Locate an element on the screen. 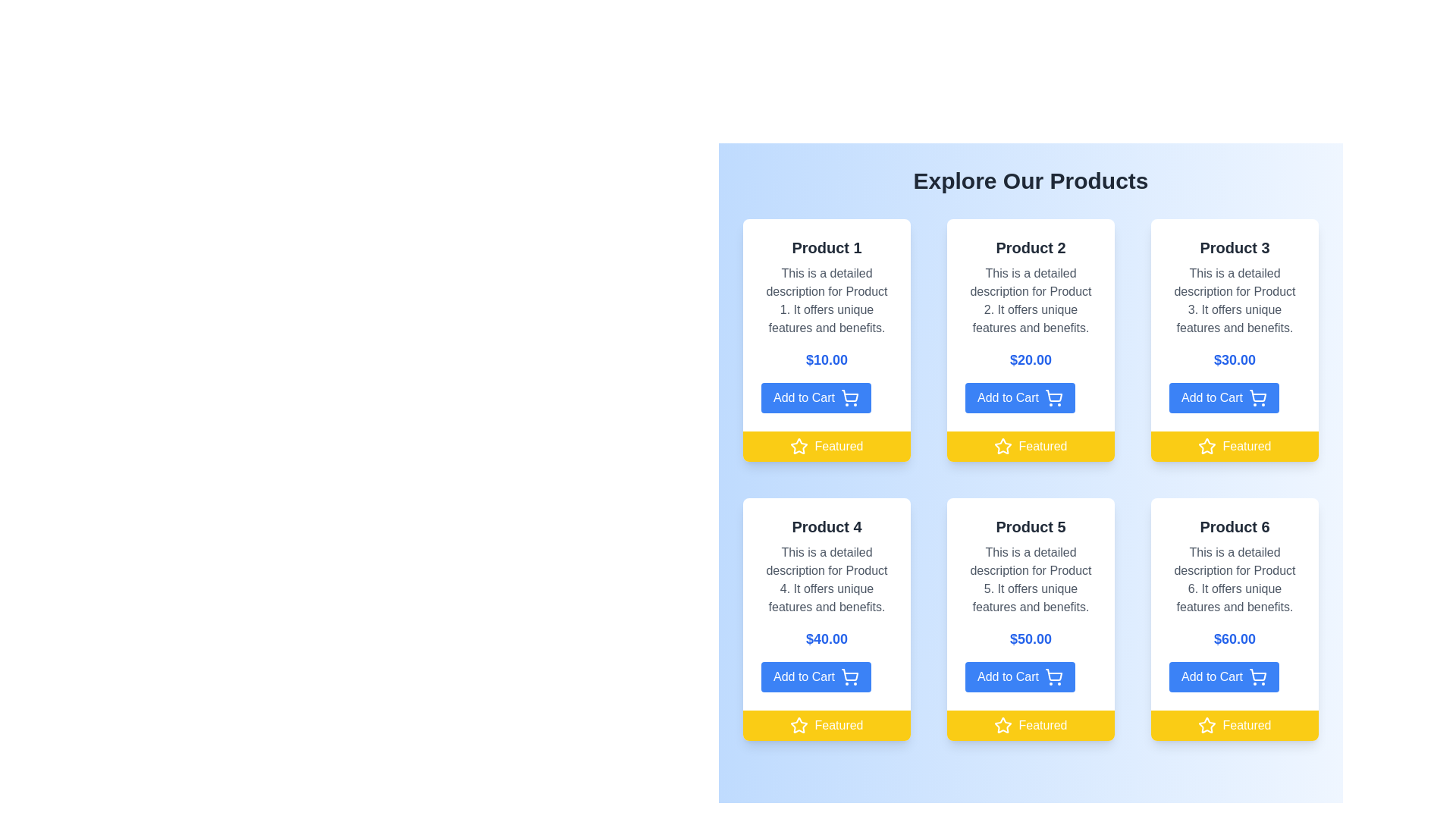  the 'Featured' label located beneath the blue 'Add to Cart' button in the 'Product 3' card is located at coordinates (1235, 446).